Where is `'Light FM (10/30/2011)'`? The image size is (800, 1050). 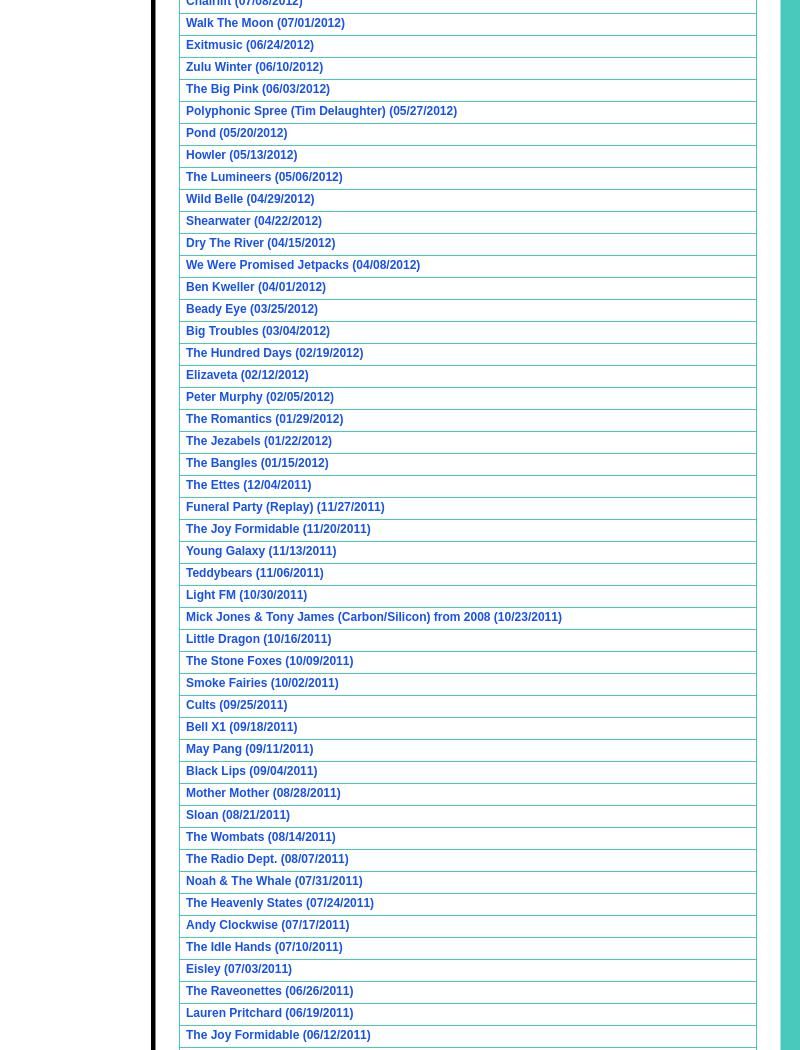 'Light FM (10/30/2011)' is located at coordinates (245, 594).